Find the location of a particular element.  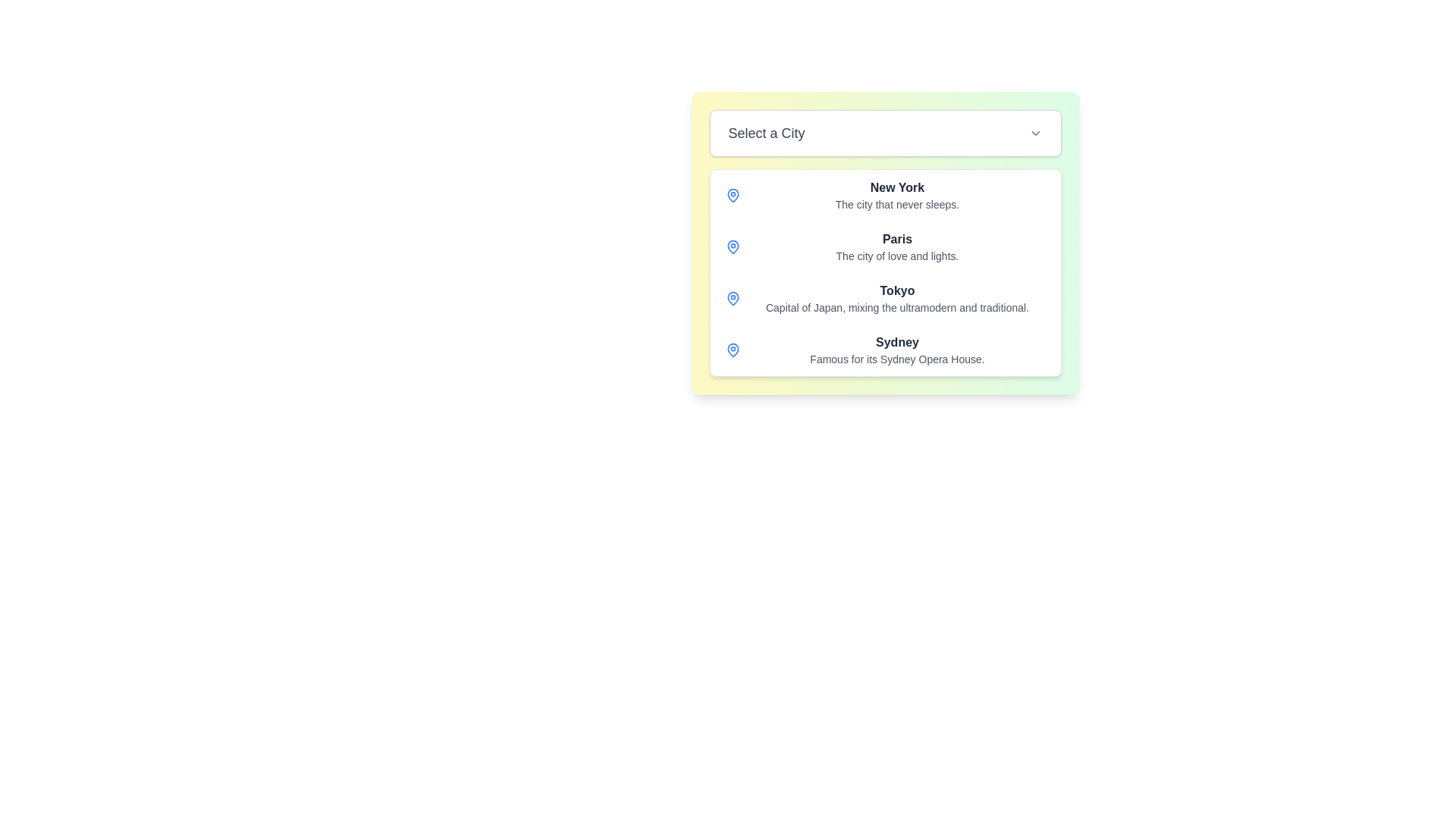

the first selectable list item for the city 'New York' below the 'Select a City' dropdown menu is located at coordinates (885, 195).